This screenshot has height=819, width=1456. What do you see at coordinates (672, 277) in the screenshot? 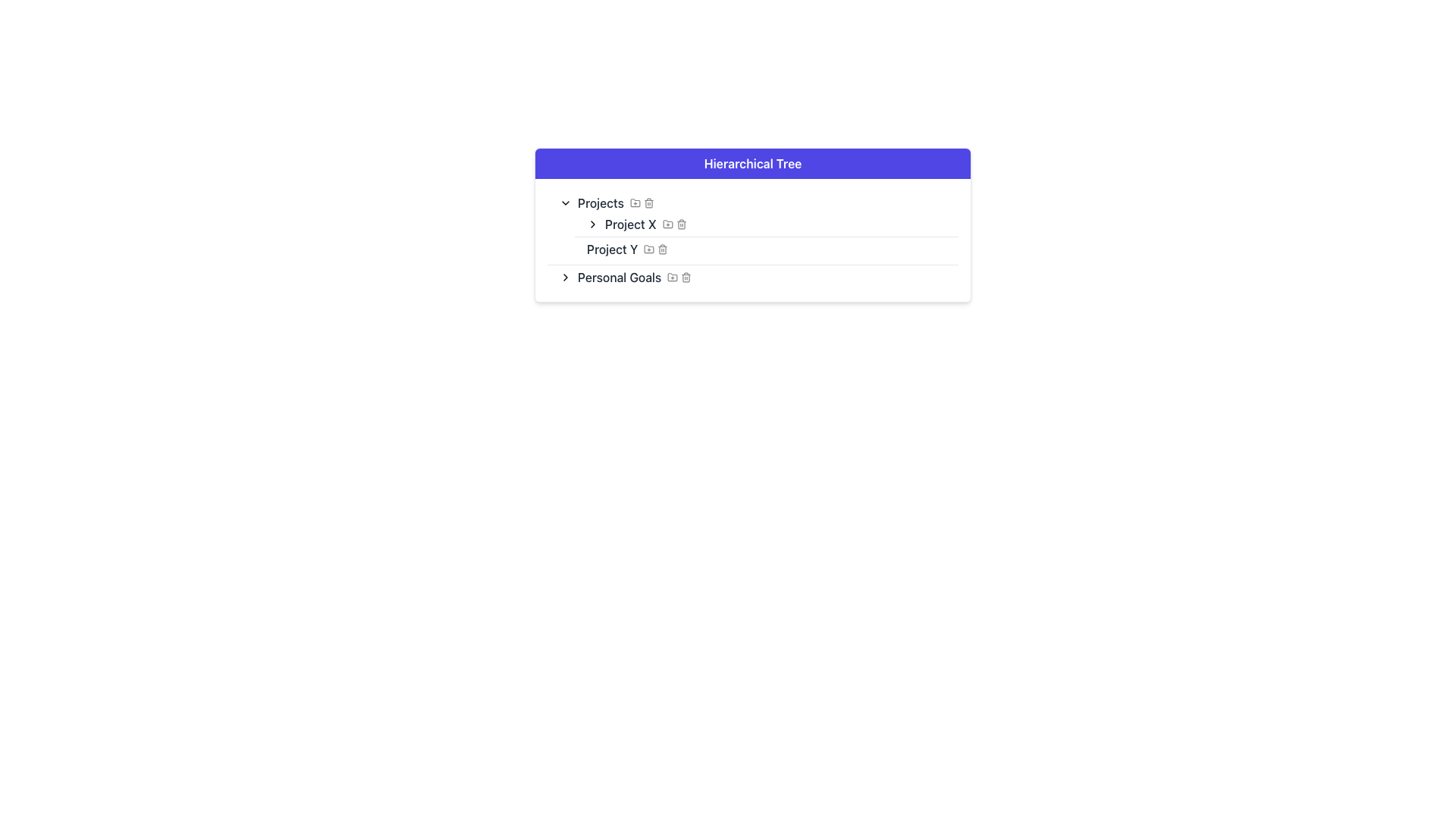
I see `the icon representing the addition of a new folder under 'Personal Goals', which is located to the right of the 'Personal Goals' label` at bounding box center [672, 277].